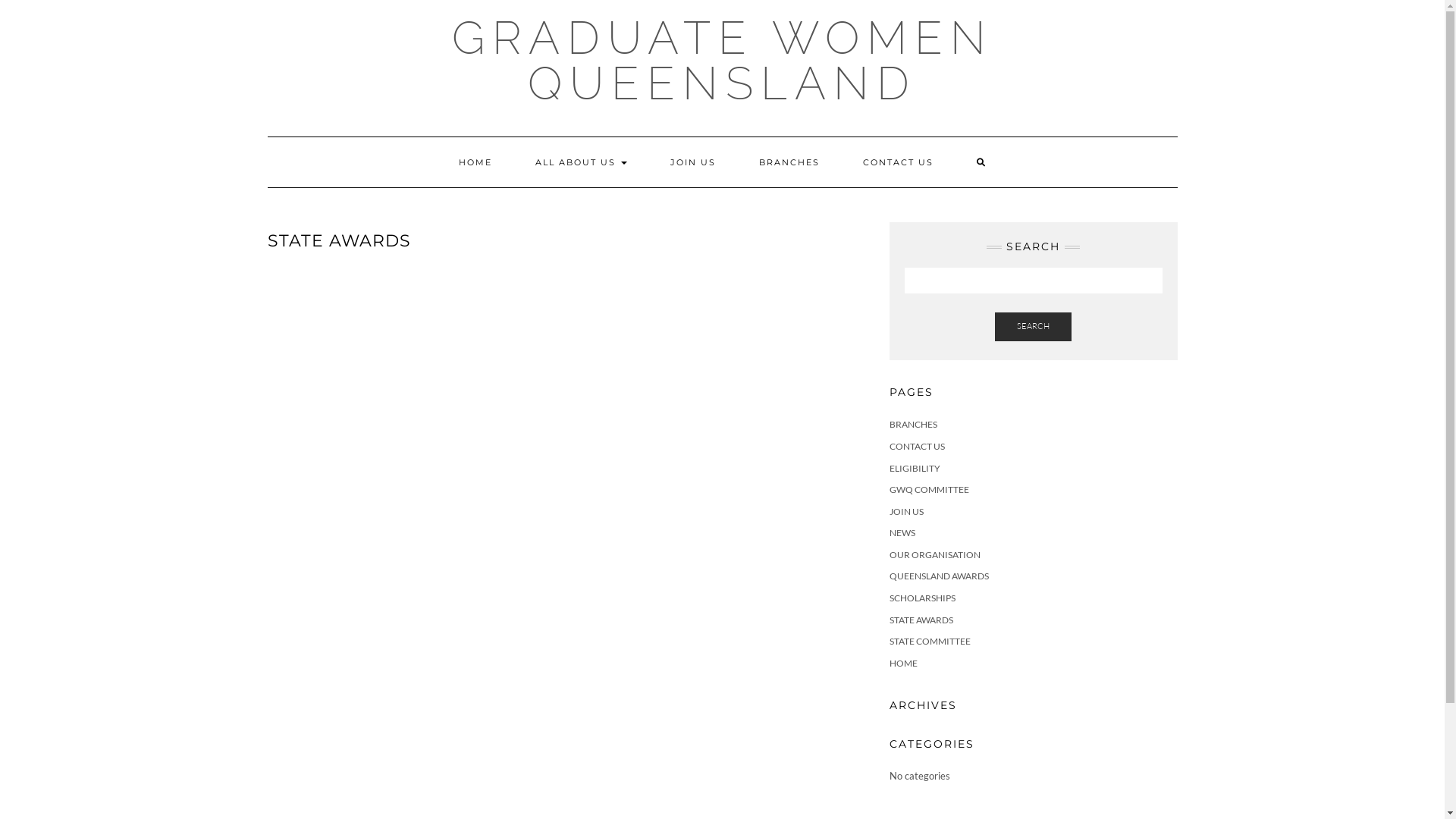  Describe the element at coordinates (915, 445) in the screenshot. I see `'CONTACT US'` at that location.